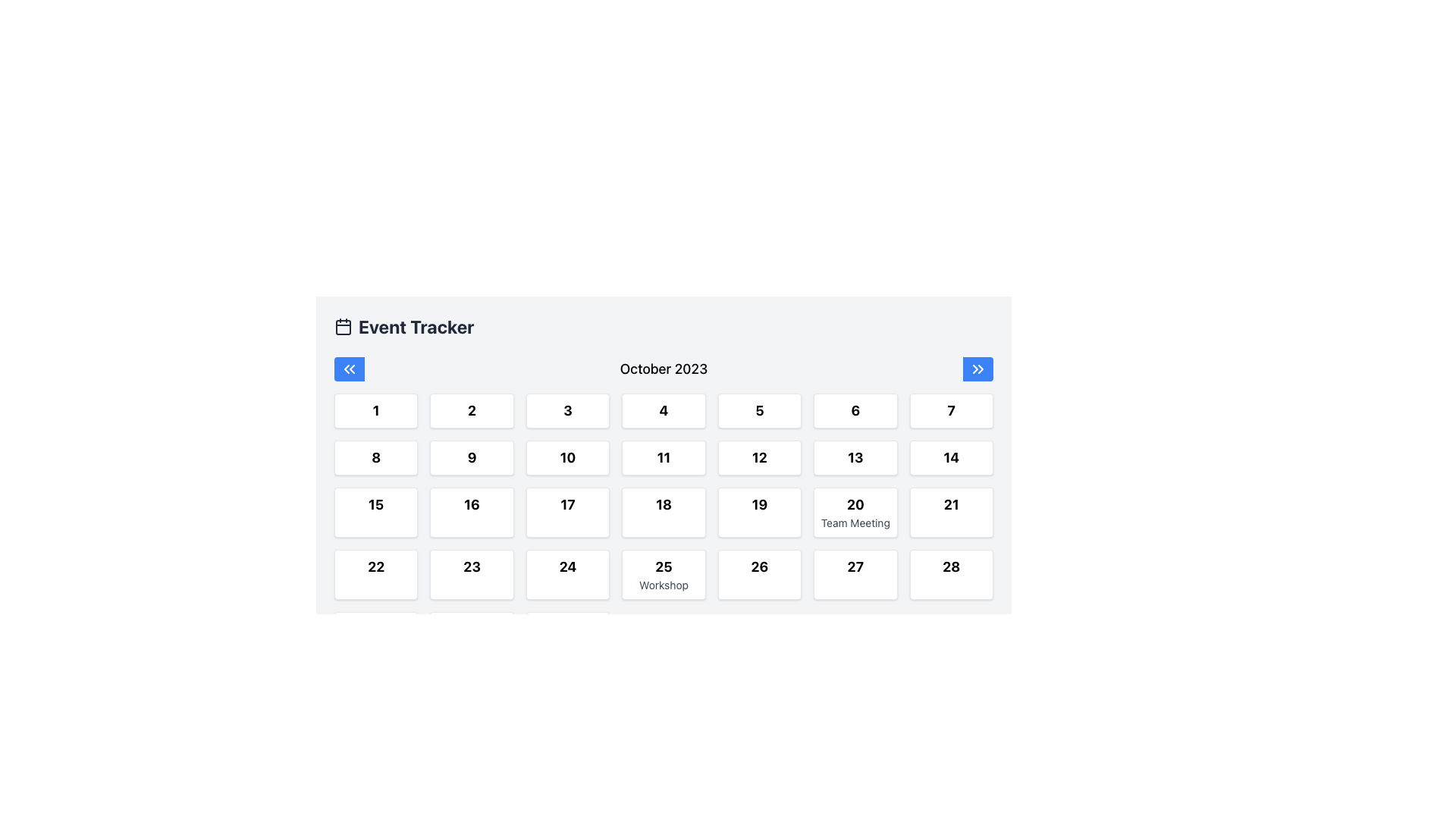 The width and height of the screenshot is (1456, 819). Describe the element at coordinates (566, 567) in the screenshot. I see `the bold text label displaying the number '24'` at that location.